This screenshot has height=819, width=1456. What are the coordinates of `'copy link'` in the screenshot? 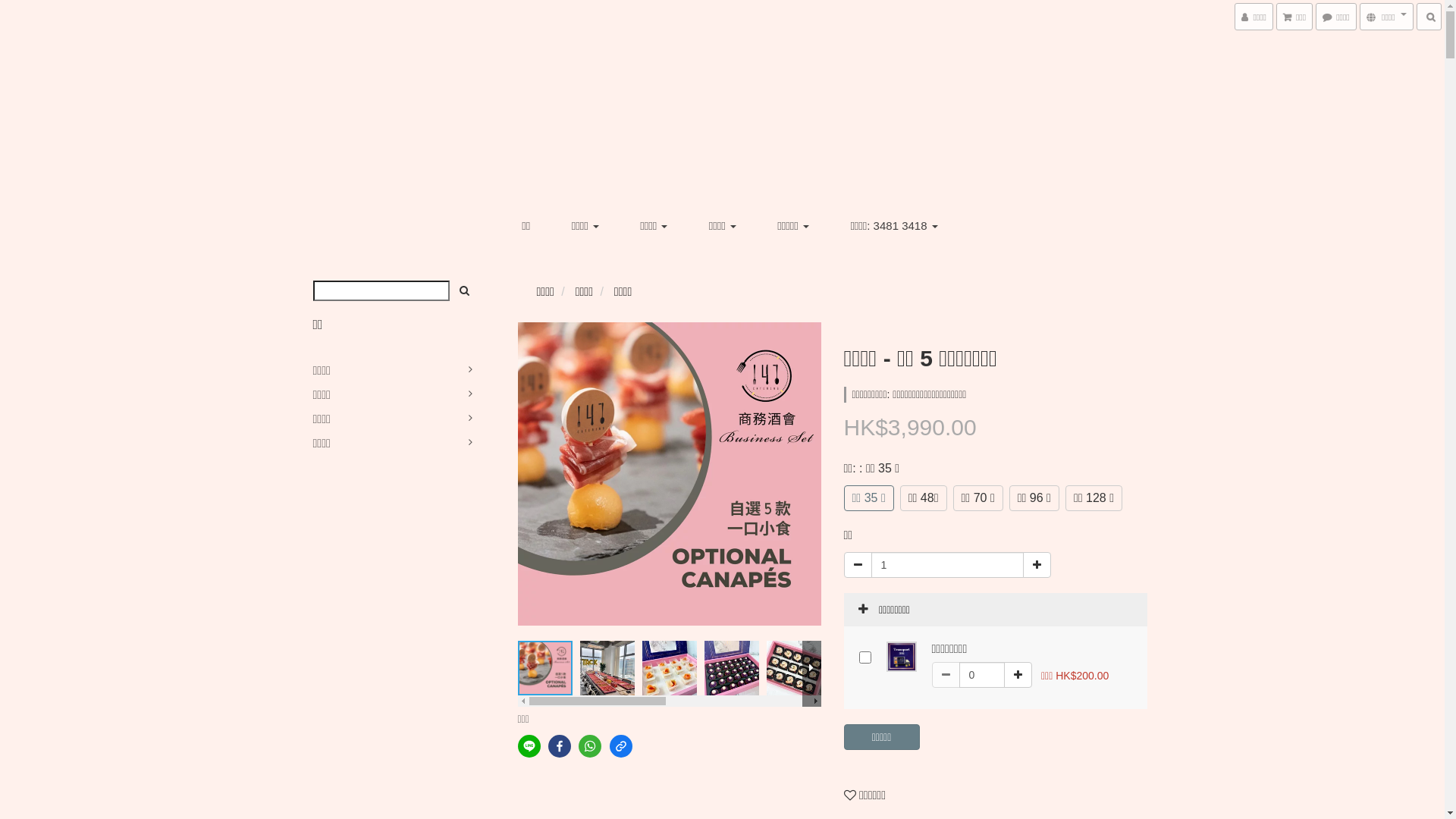 It's located at (621, 745).